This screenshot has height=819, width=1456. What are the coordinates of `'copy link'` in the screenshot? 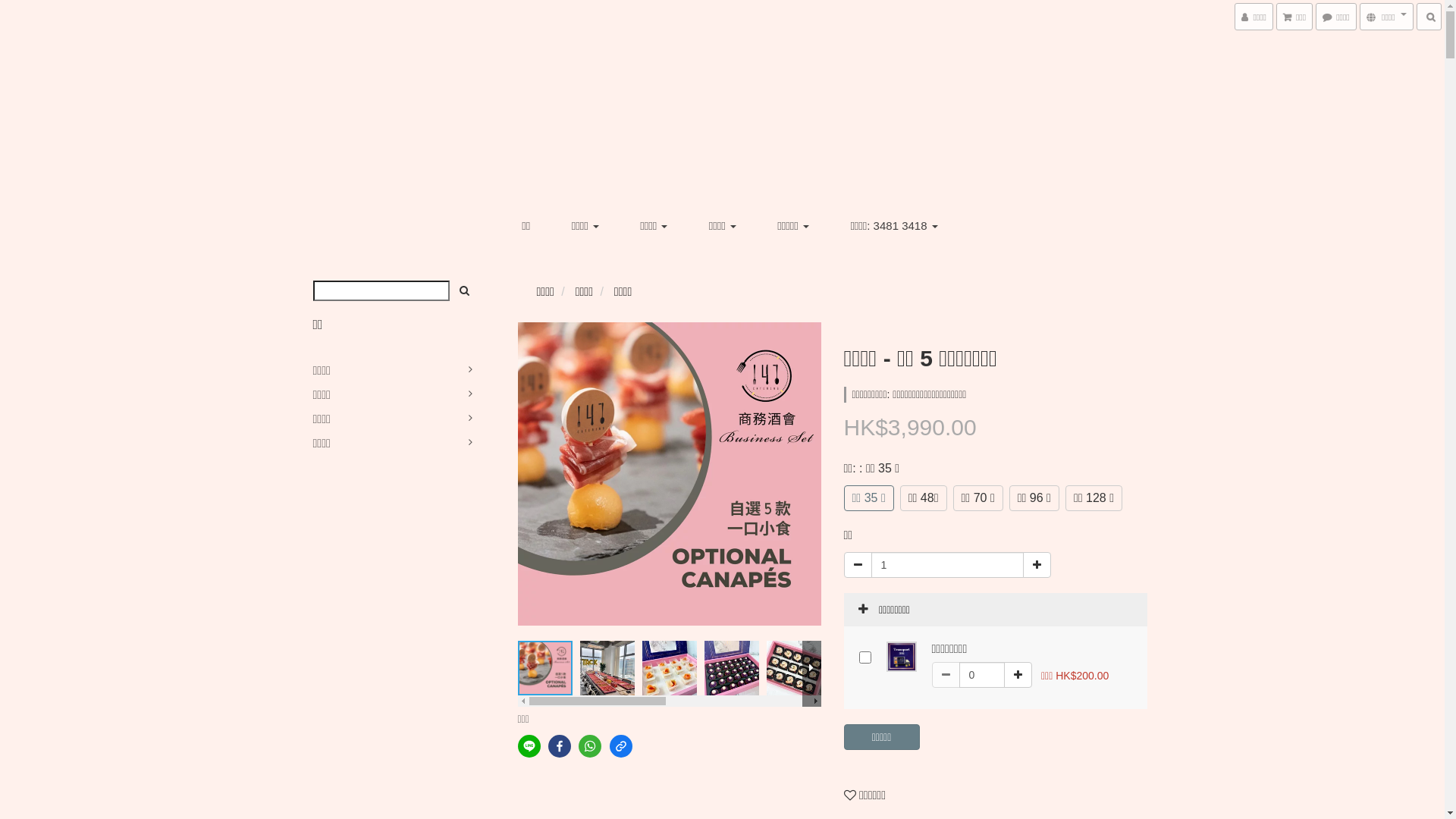 It's located at (621, 745).